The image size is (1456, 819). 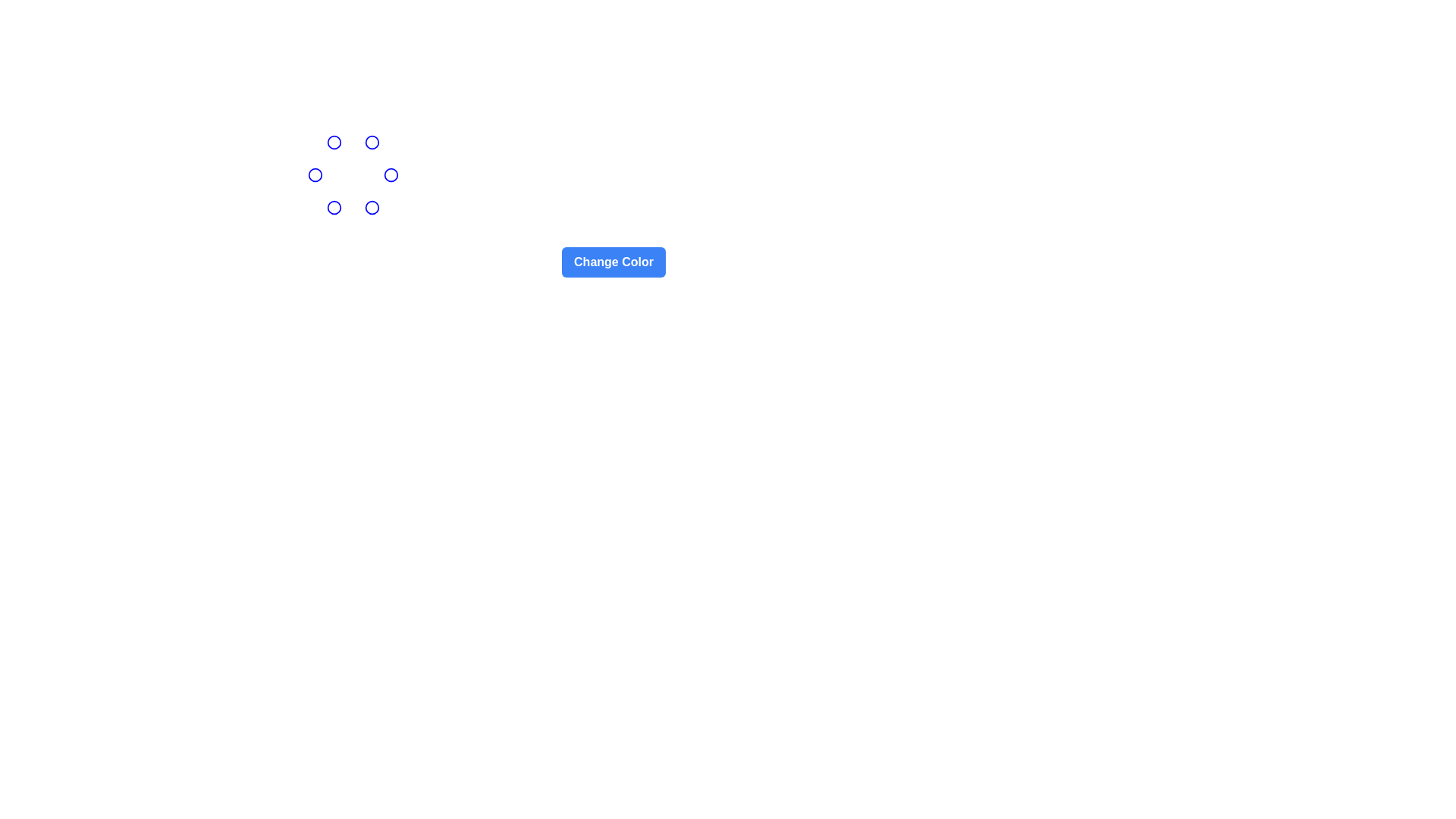 I want to click on the button located on the right side below the circular arrangement of blue circular icons, so click(x=613, y=262).